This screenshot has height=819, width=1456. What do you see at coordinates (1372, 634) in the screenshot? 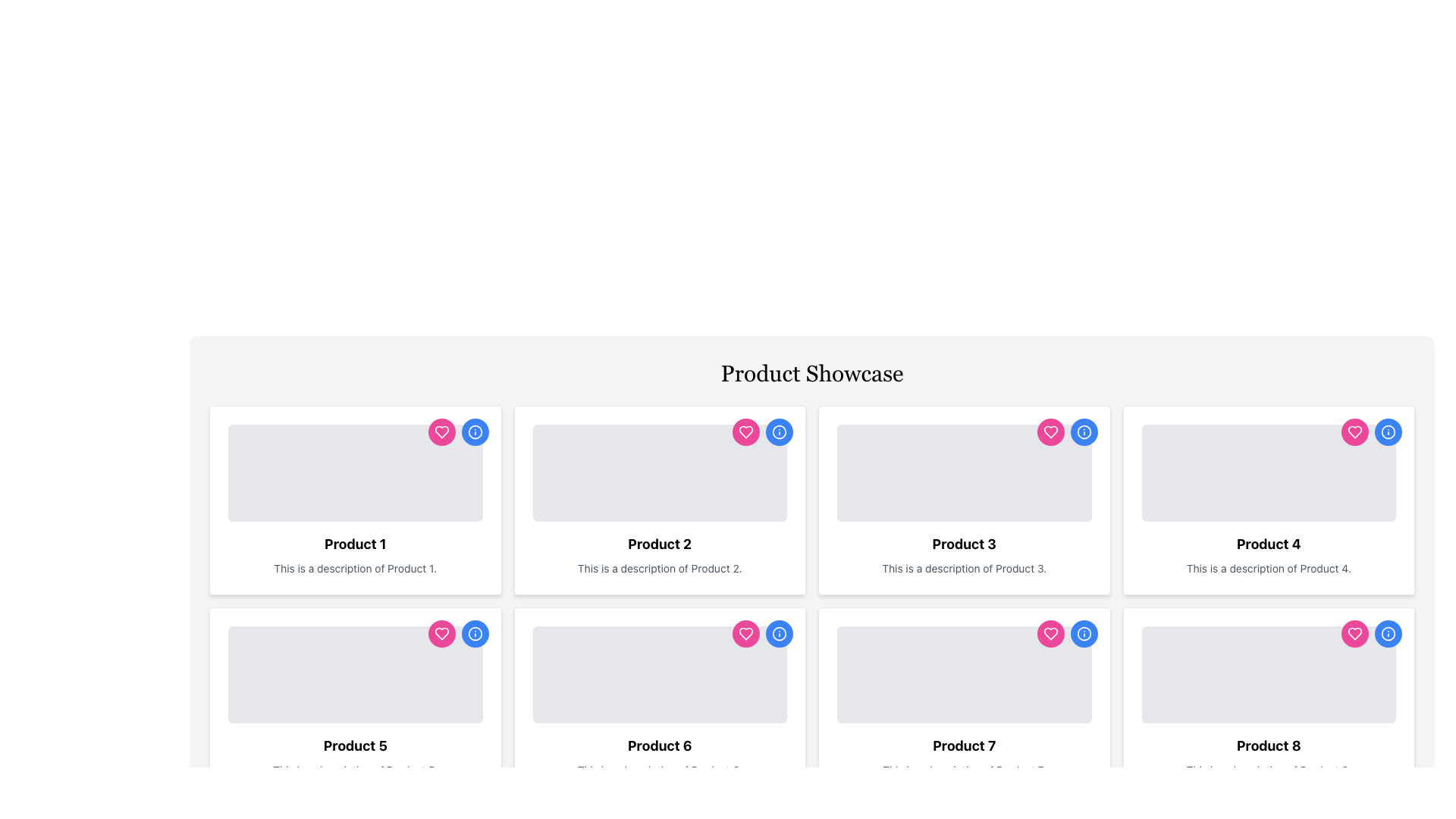
I see `the circular pink button with a heart symbol located at the top-right corner of the 'Product 8' card` at bounding box center [1372, 634].